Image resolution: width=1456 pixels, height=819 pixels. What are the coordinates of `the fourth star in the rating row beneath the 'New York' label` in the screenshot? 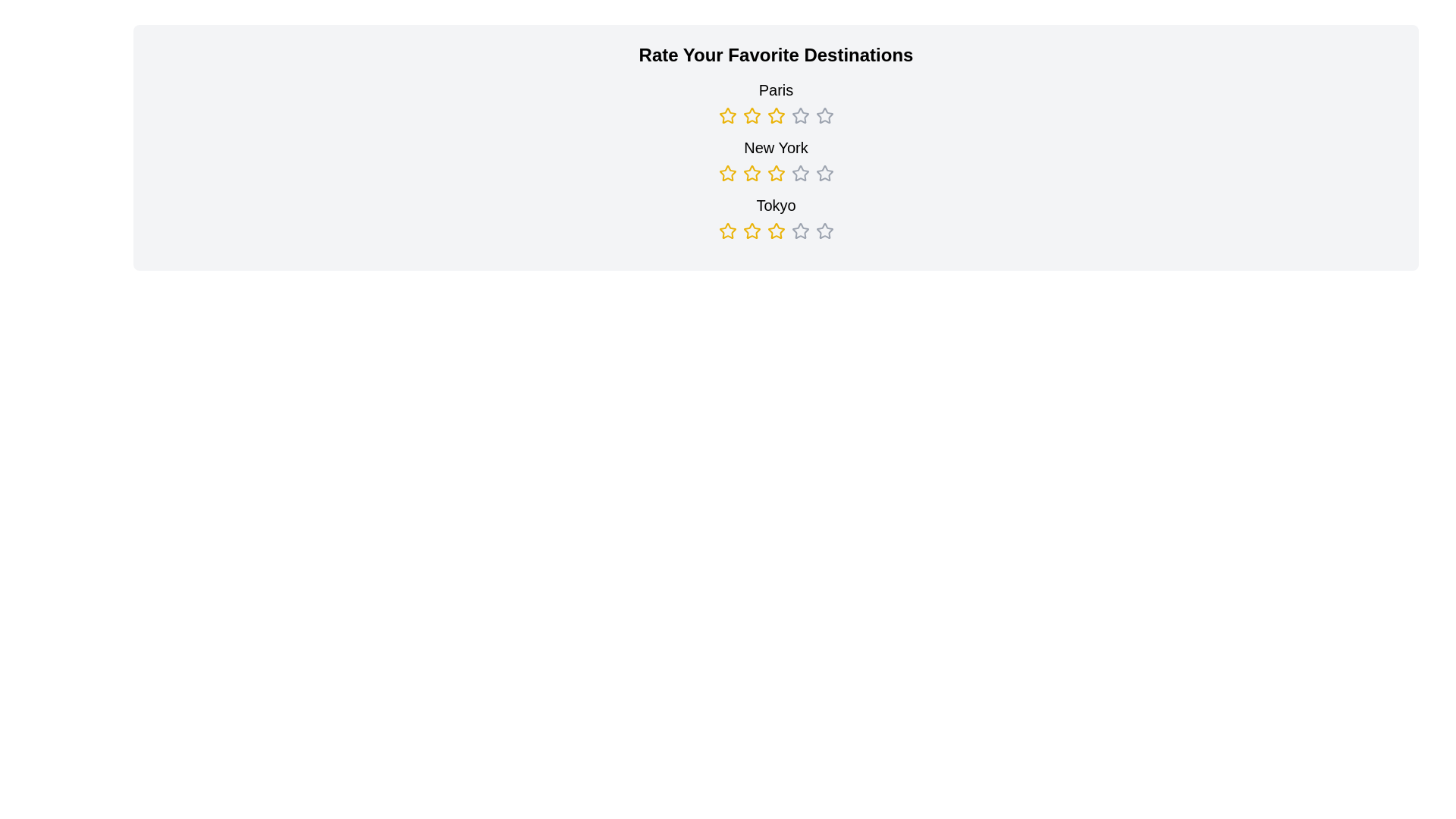 It's located at (776, 172).